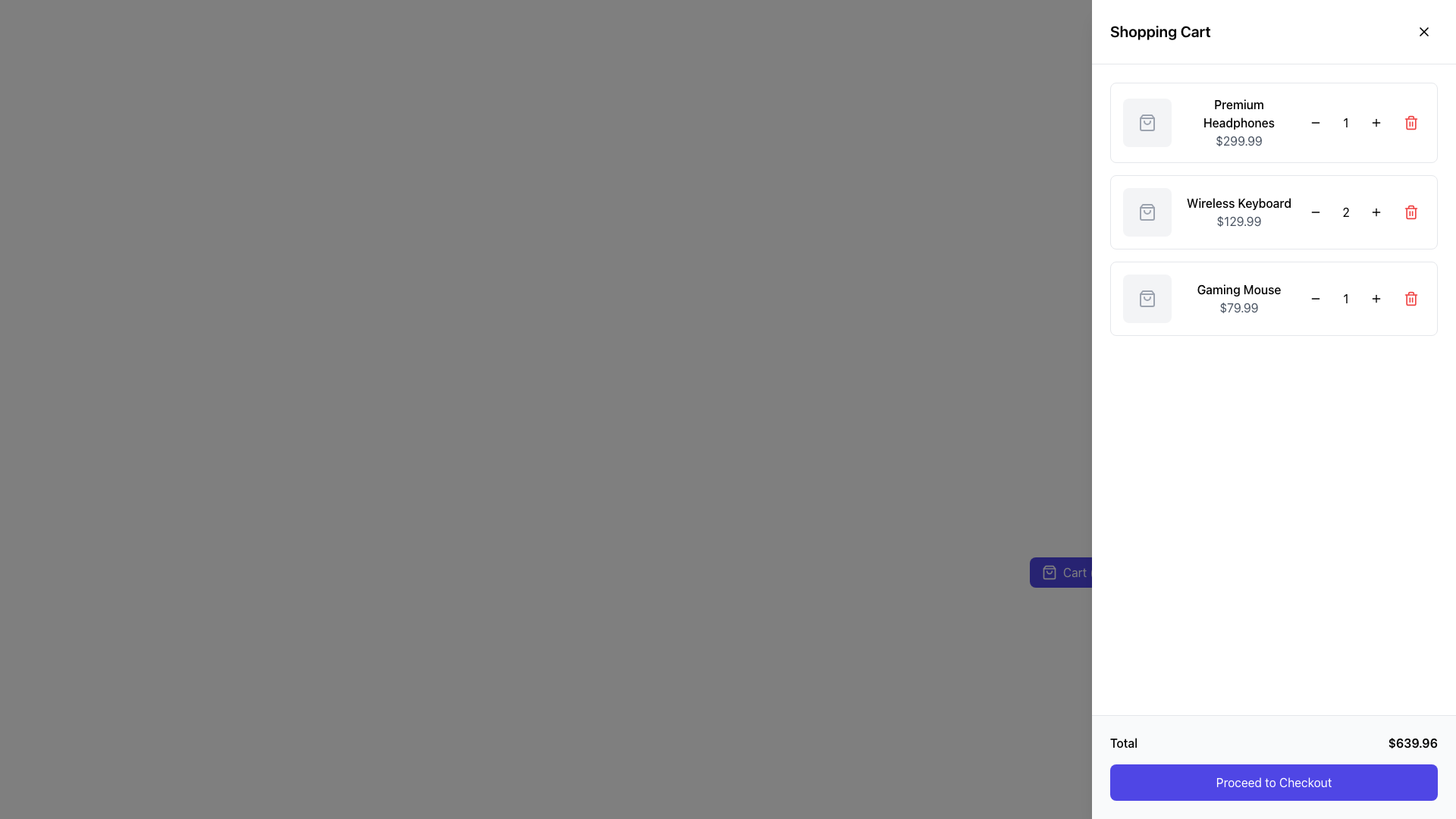  Describe the element at coordinates (1314, 122) in the screenshot. I see `the circular button with a minus icon located to the left of the quantity display for 'Premium Headphones' in the shopping cart` at that location.